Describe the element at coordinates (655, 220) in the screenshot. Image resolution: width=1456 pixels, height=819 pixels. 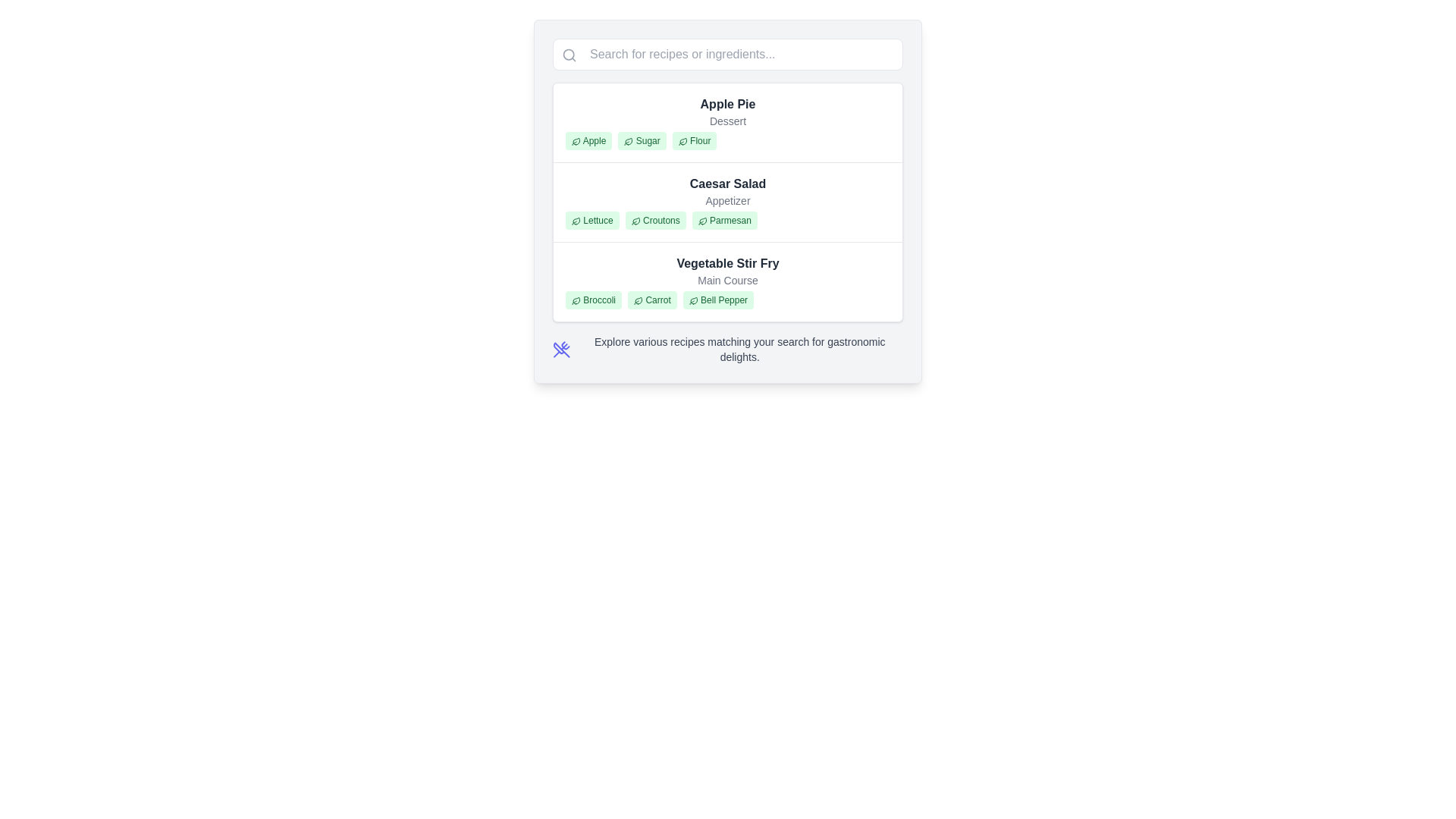
I see `the second tag labeled 'Croutons' with a green leaf icon under 'Caesar Salad'` at that location.